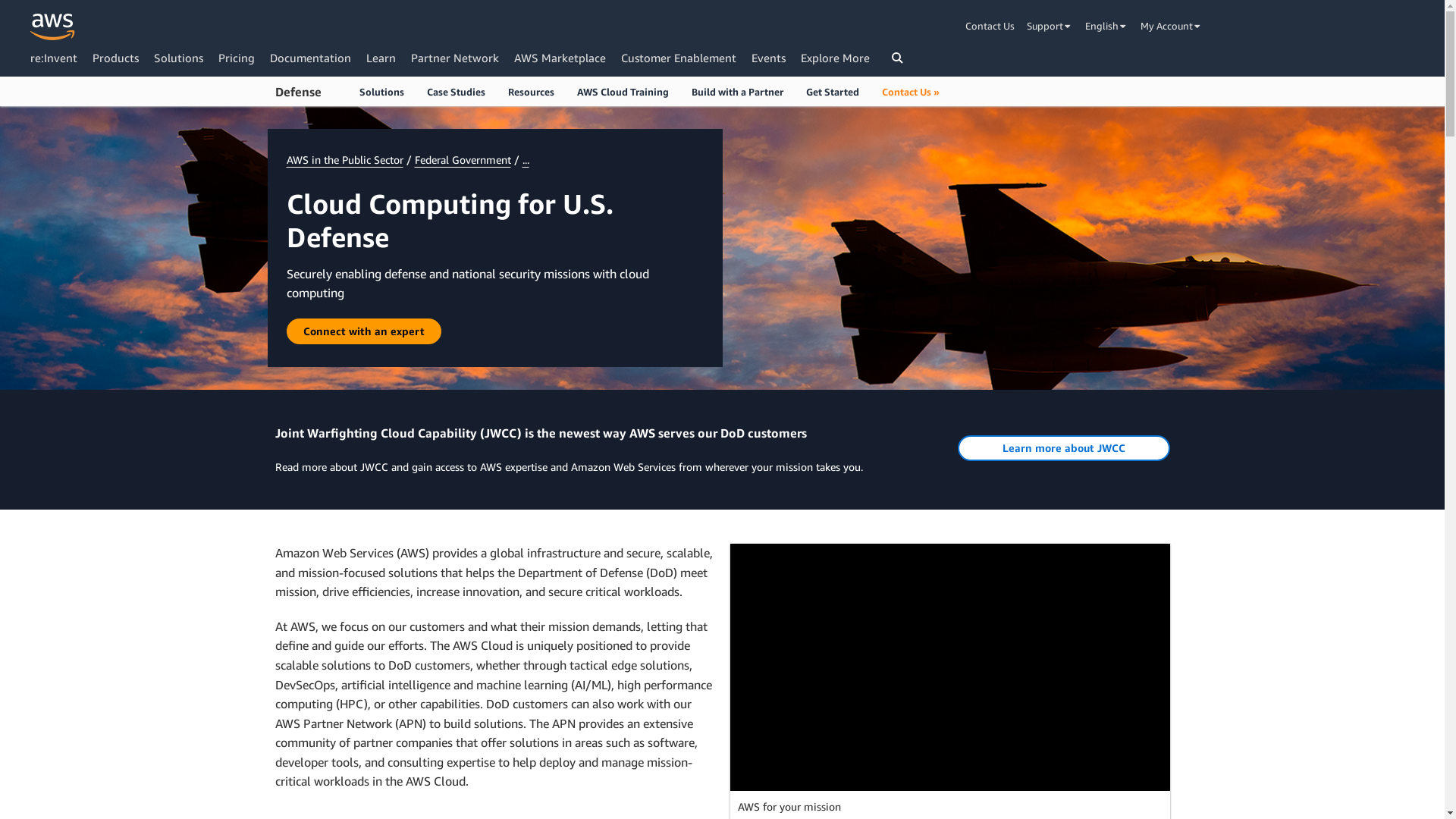 This screenshot has width=1456, height=819. What do you see at coordinates (115, 57) in the screenshot?
I see `'Products'` at bounding box center [115, 57].